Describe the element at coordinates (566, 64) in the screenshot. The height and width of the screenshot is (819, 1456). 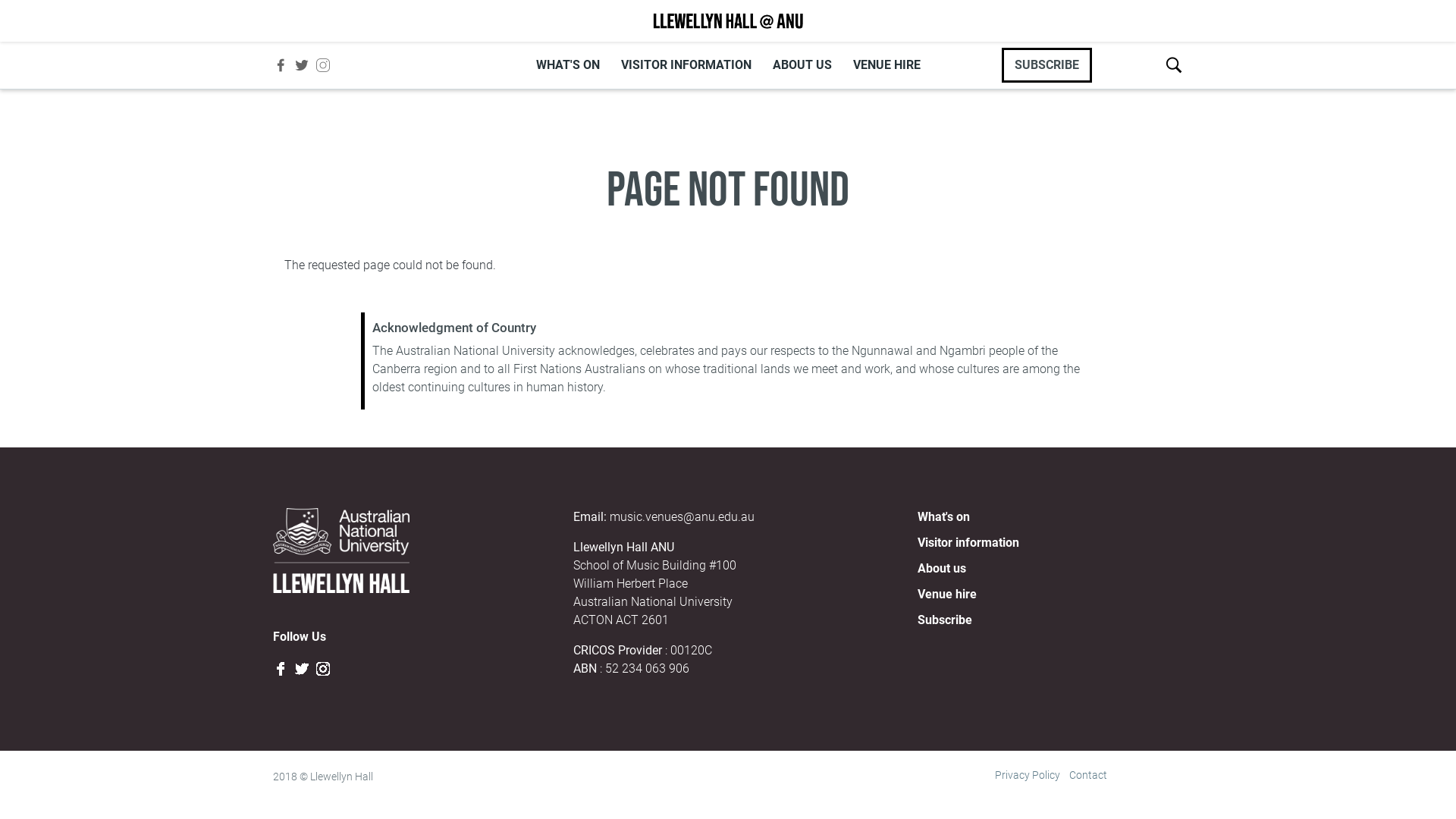
I see `'WHAT'S ON'` at that location.